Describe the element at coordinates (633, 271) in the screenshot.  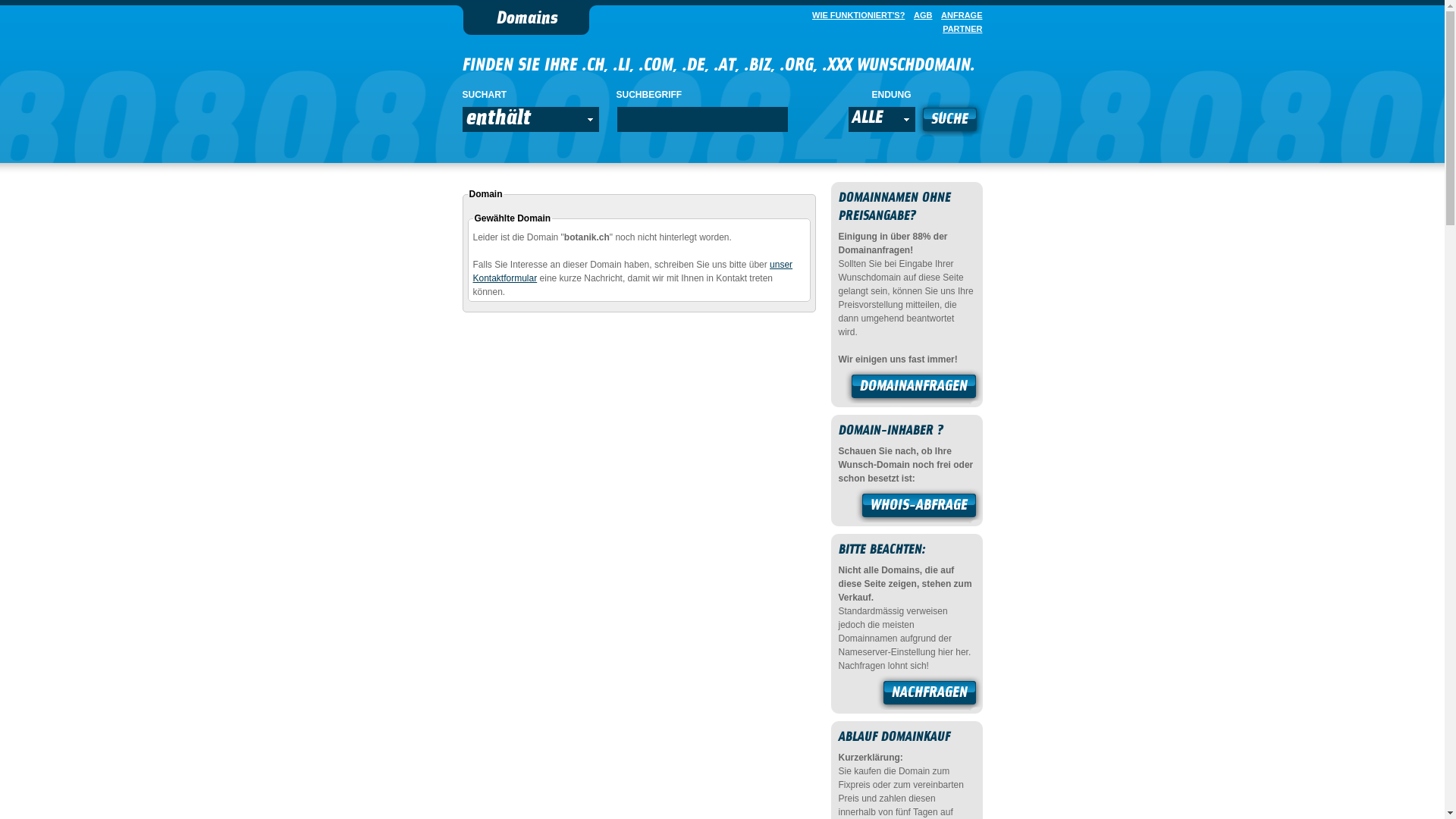
I see `'unser Kontaktformular'` at that location.